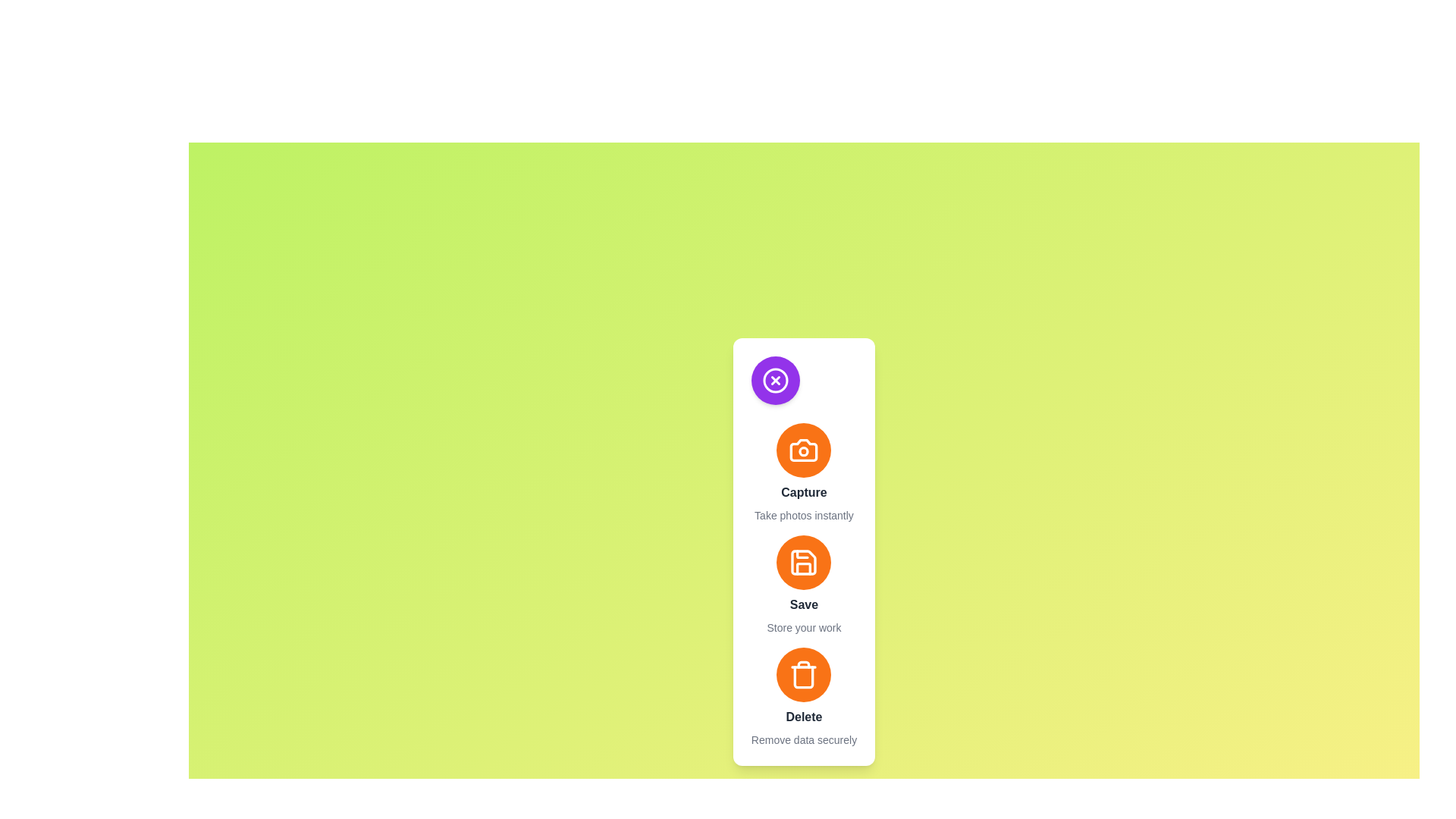 This screenshot has width=1456, height=819. Describe the element at coordinates (803, 450) in the screenshot. I see `'Capture' button to initiate the capture action` at that location.